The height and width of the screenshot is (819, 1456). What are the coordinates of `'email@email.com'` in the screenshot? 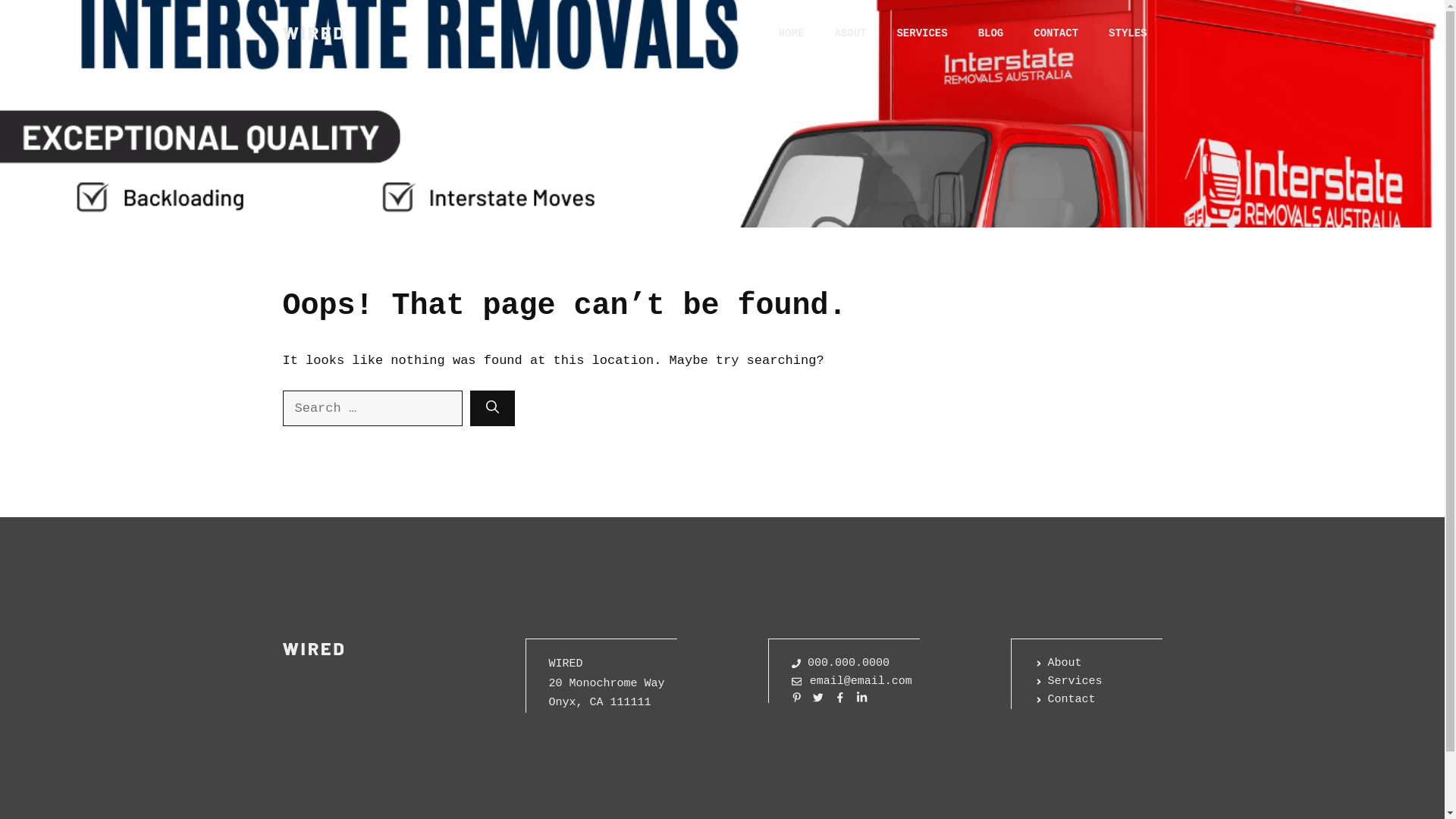 It's located at (852, 680).